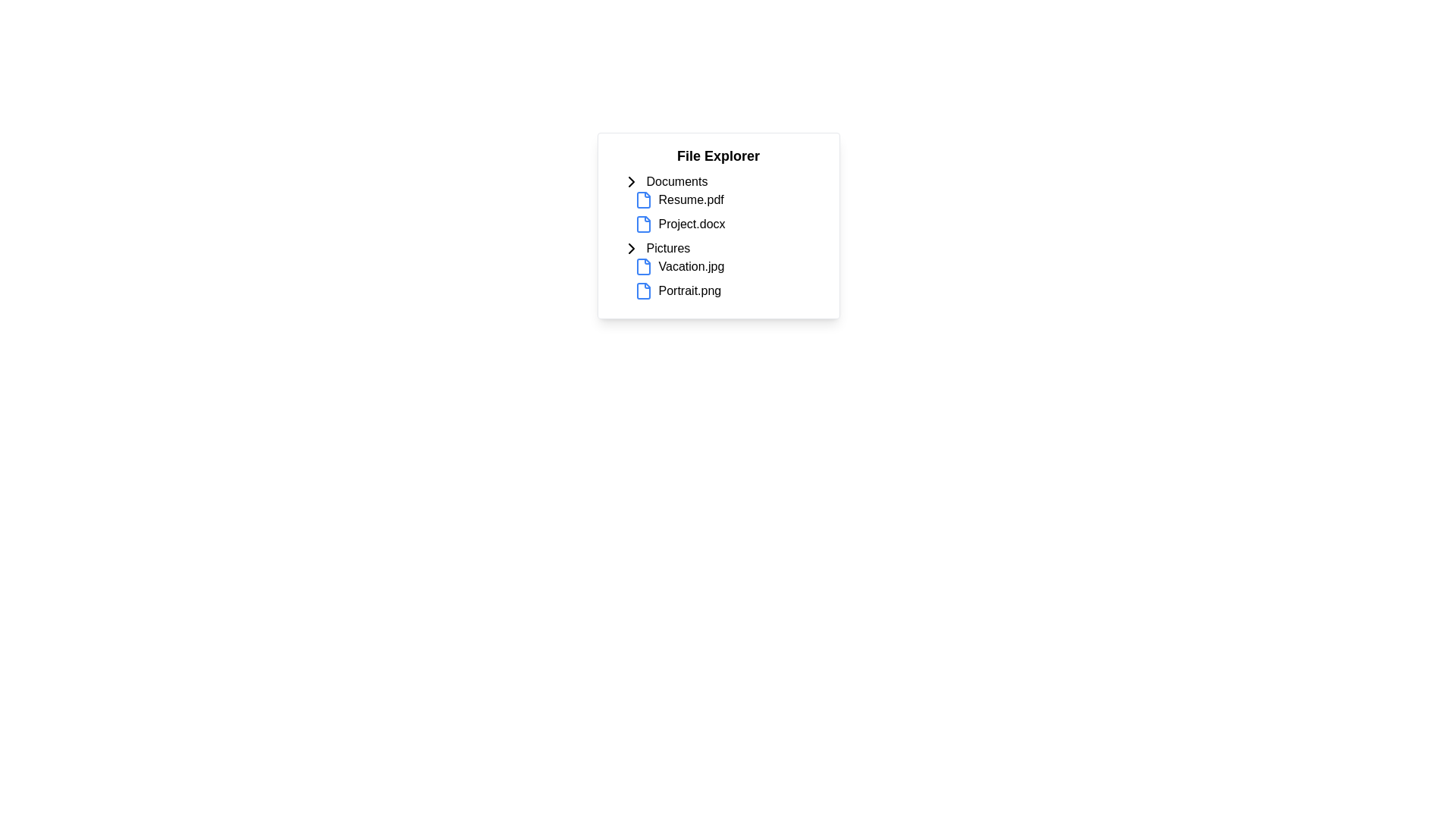  Describe the element at coordinates (631, 180) in the screenshot. I see `the right-pointing arrow icon toggle button adjacent to the 'Documents' label` at that location.